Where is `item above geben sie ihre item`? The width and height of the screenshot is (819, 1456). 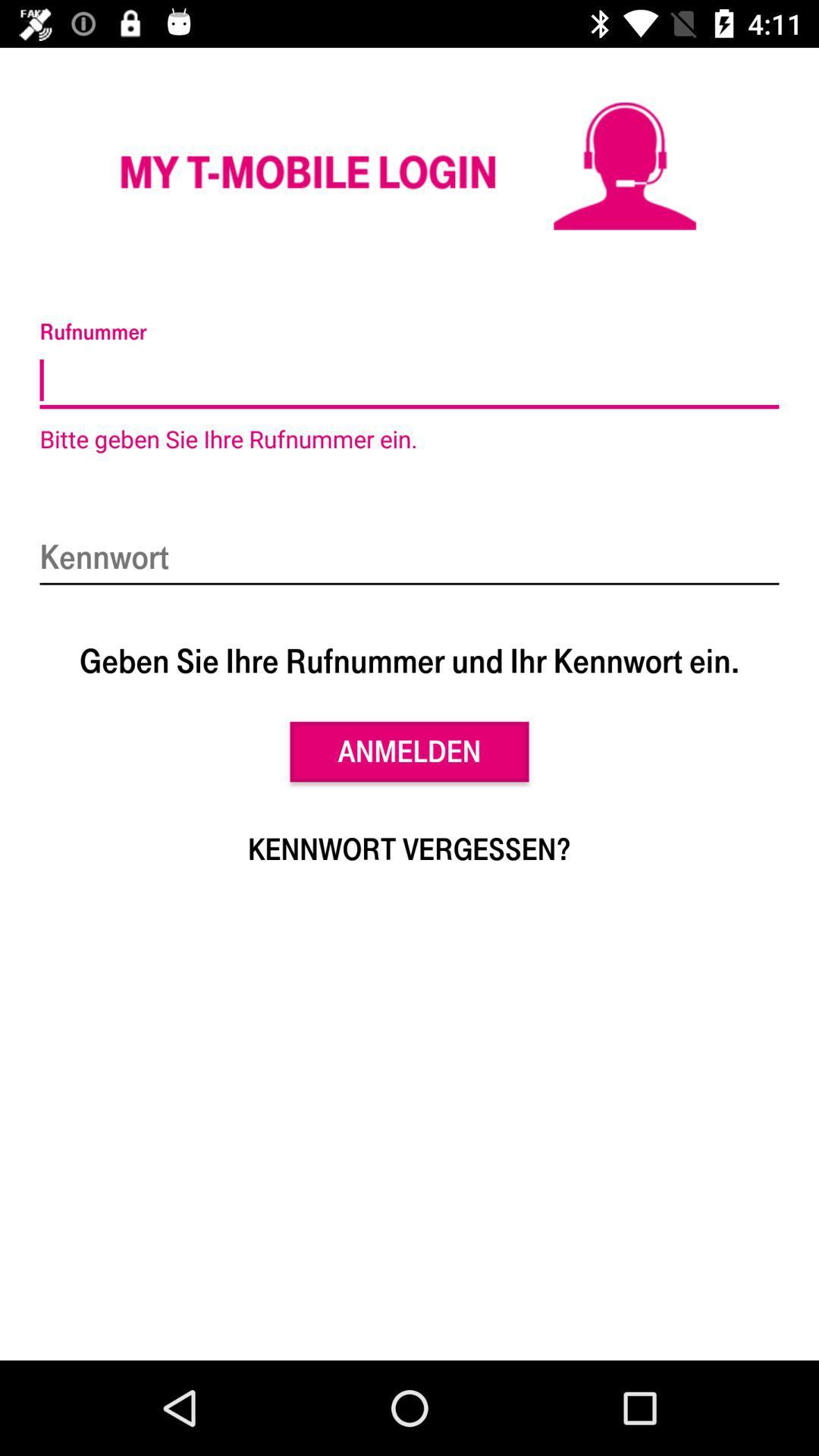
item above geben sie ihre item is located at coordinates (409, 558).